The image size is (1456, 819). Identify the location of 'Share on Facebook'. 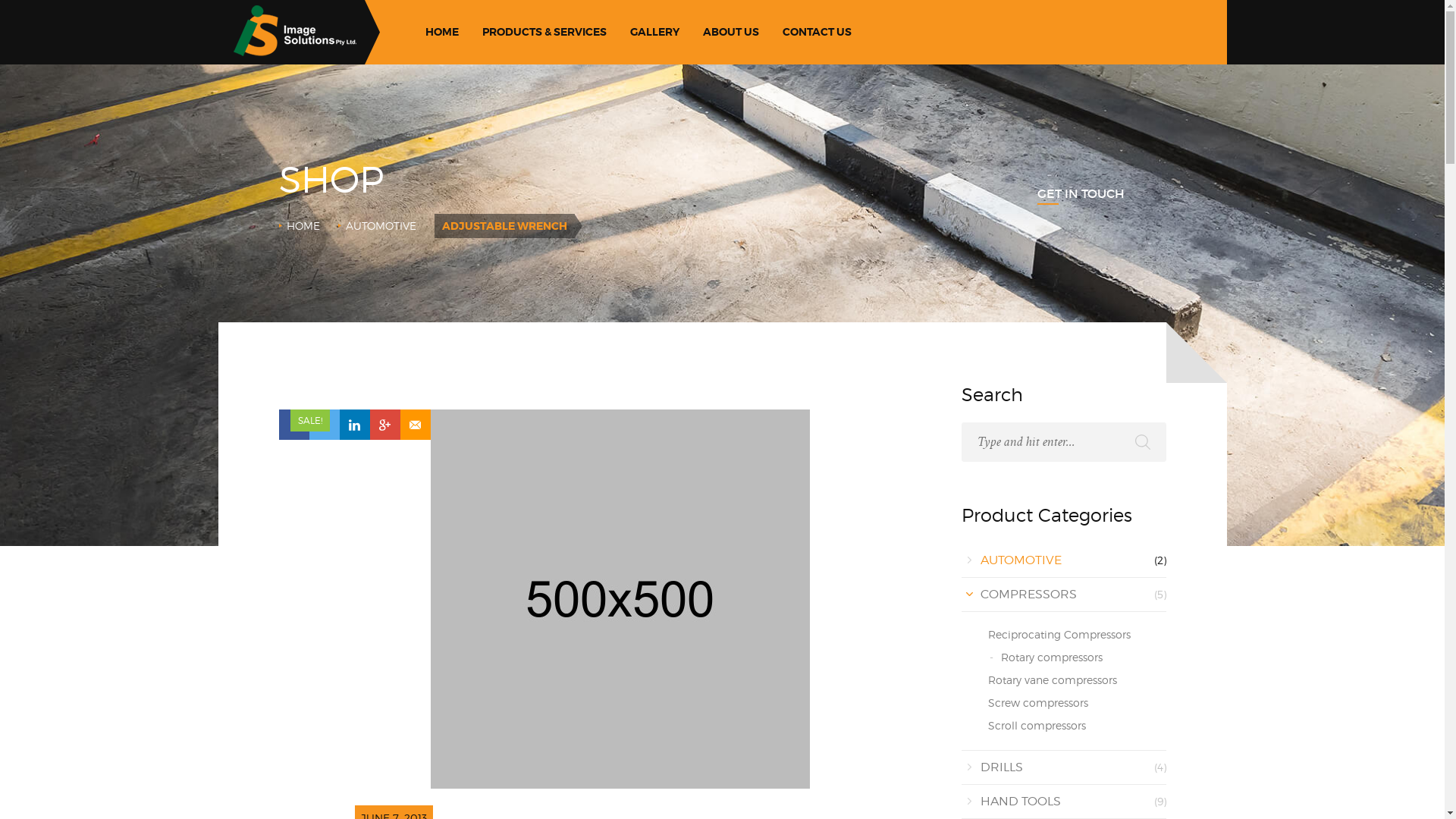
(294, 424).